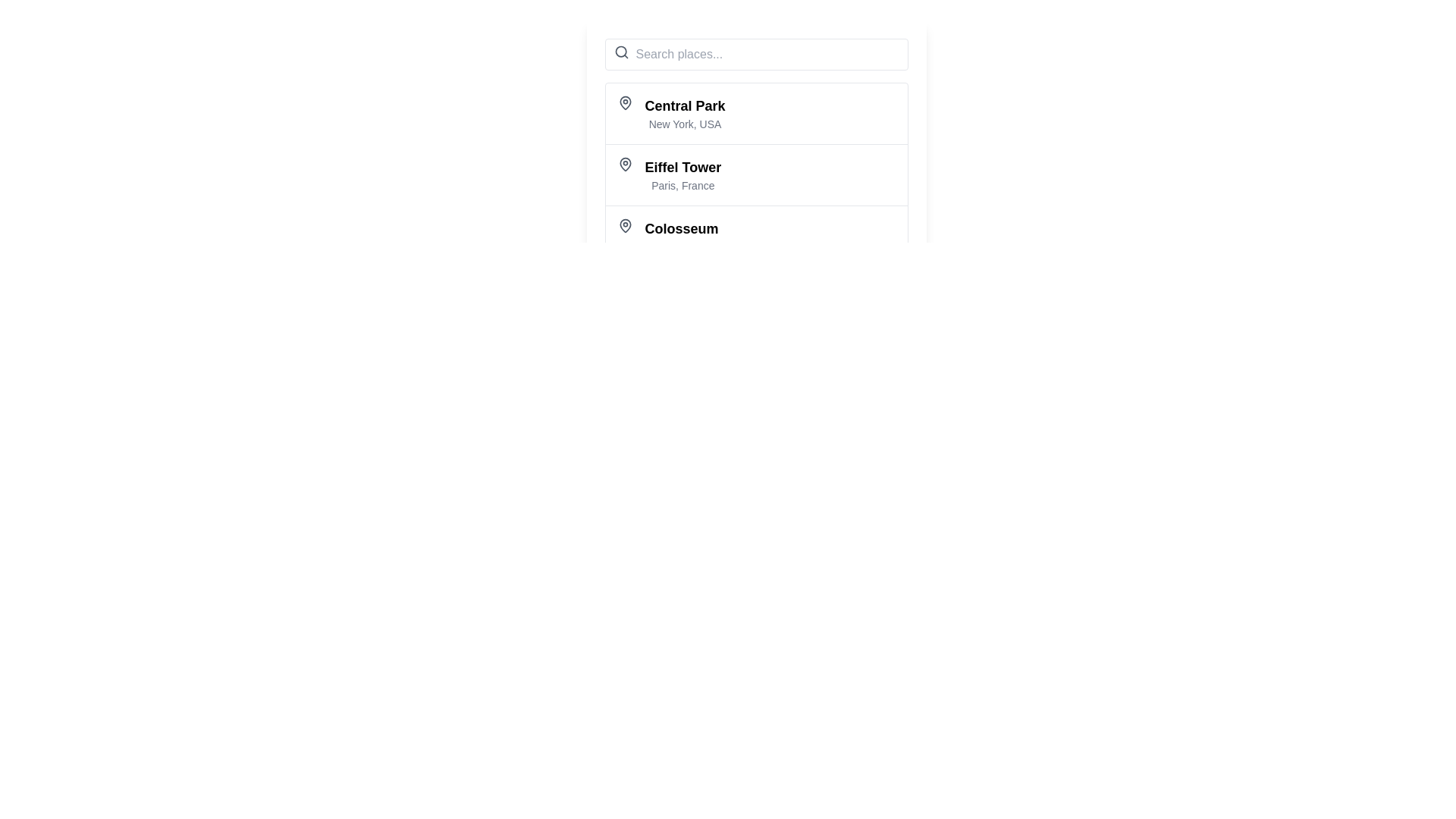 This screenshot has width=1456, height=819. I want to click on the second list item labeled 'Eiffel Tower' with the description 'Paris, France', so click(756, 172).